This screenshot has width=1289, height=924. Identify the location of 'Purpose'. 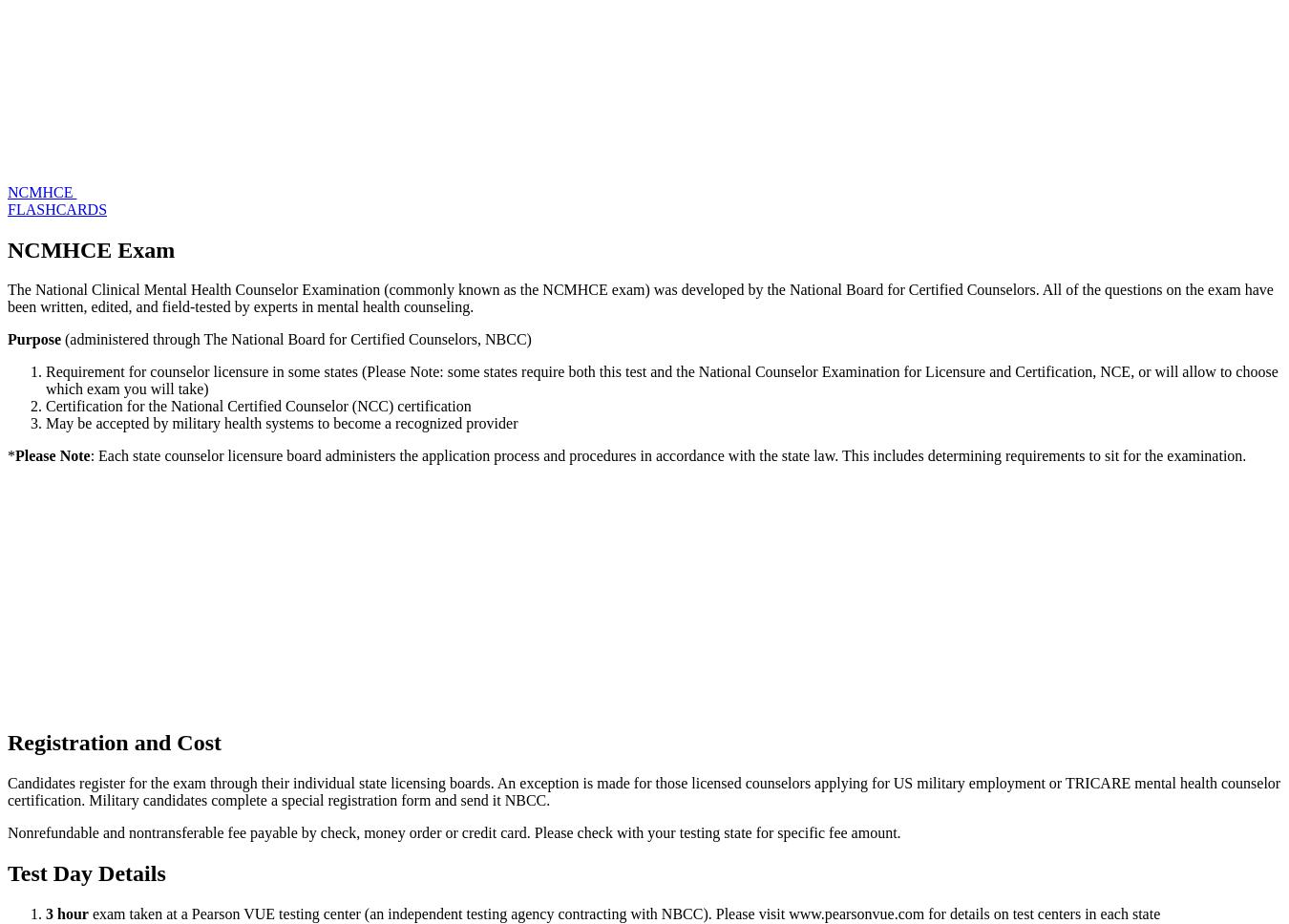
(33, 339).